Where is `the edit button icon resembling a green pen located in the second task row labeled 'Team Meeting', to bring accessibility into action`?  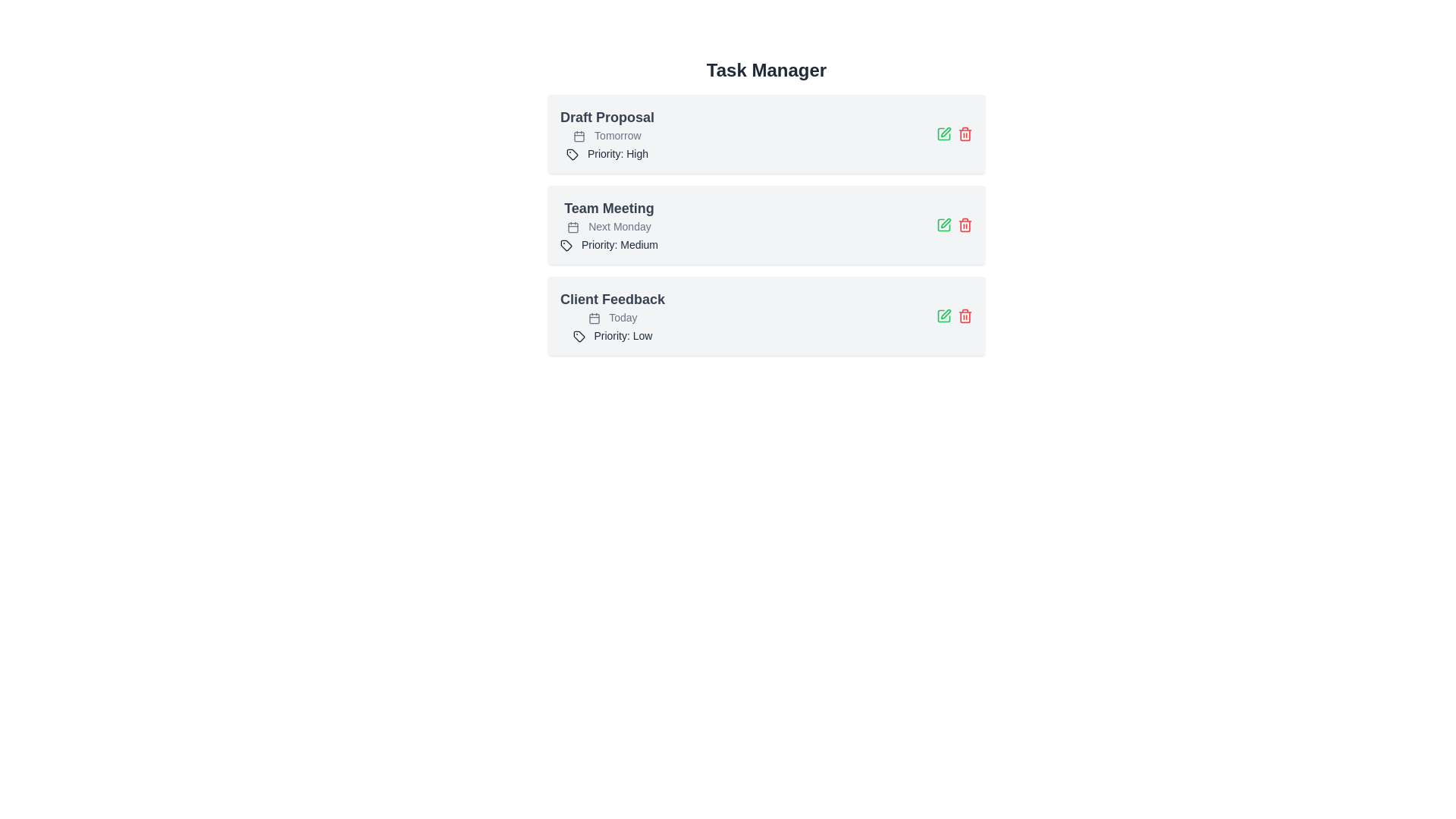
the edit button icon resembling a green pen located in the second task row labeled 'Team Meeting', to bring accessibility into action is located at coordinates (945, 223).